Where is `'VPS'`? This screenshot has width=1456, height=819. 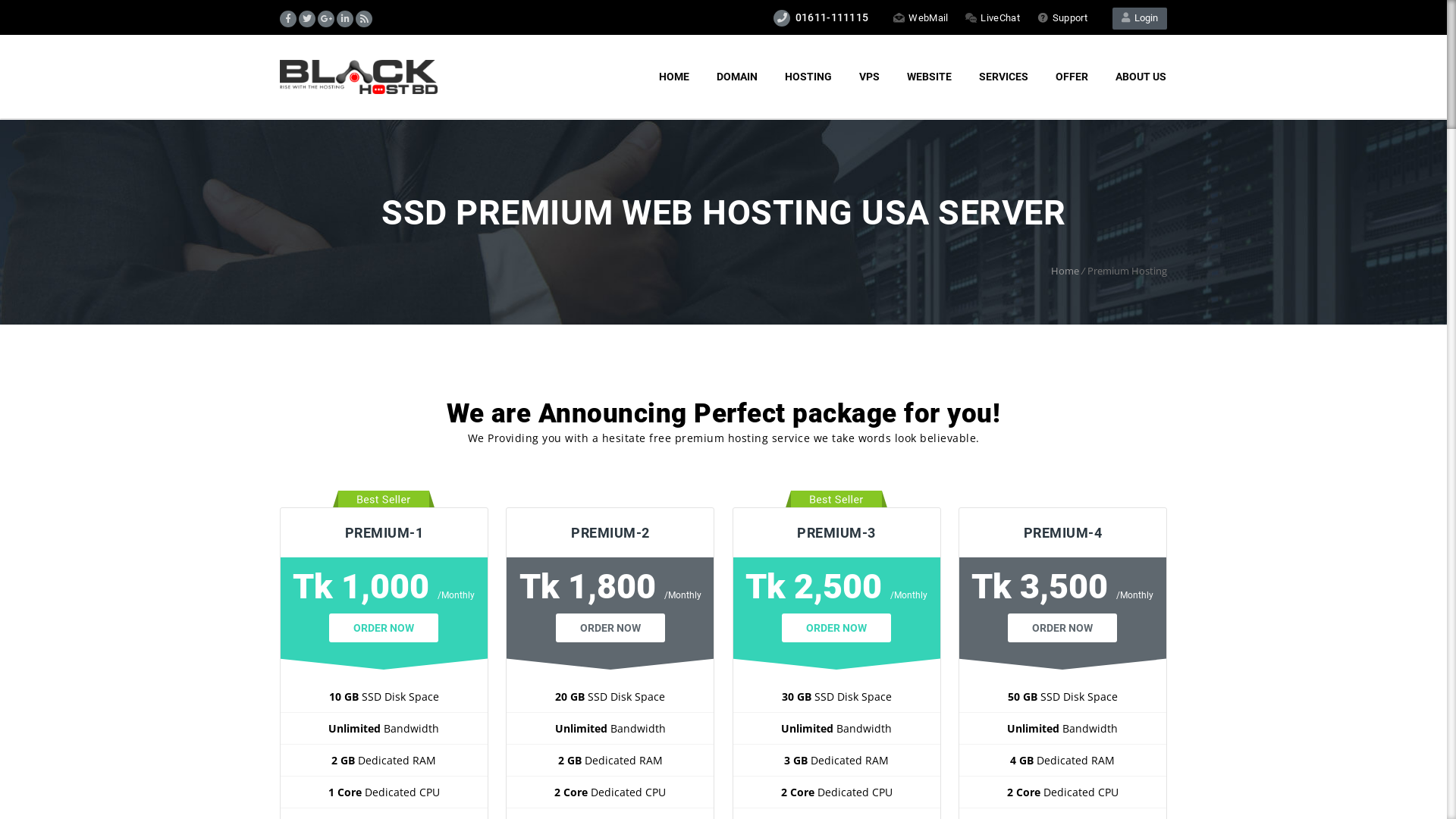
'VPS' is located at coordinates (869, 77).